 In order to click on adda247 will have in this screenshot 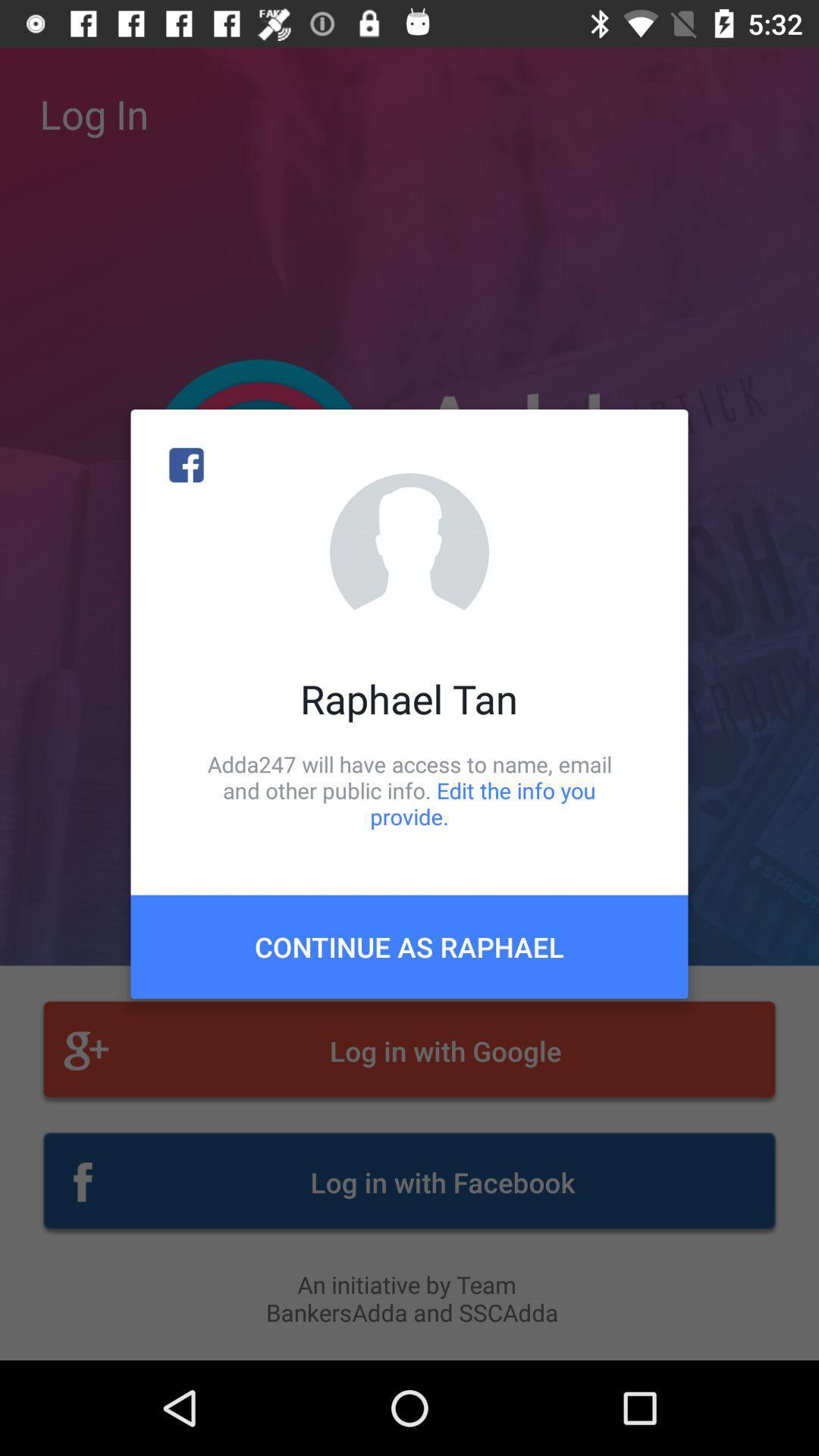, I will do `click(409, 789)`.